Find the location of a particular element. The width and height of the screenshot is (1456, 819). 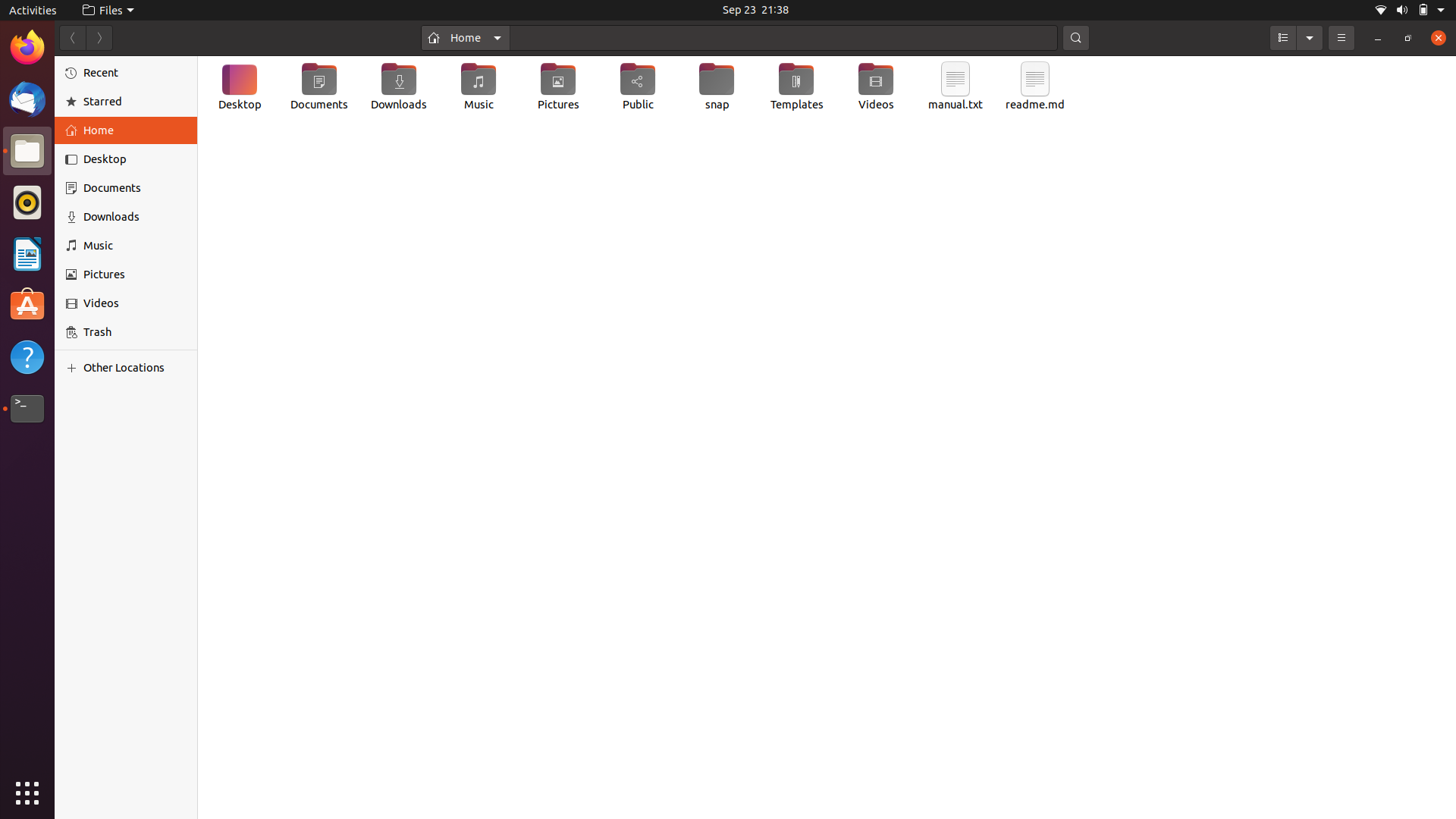

Build a new text document in your Download directory using a python-based automation script is located at coordinates (400, 88).